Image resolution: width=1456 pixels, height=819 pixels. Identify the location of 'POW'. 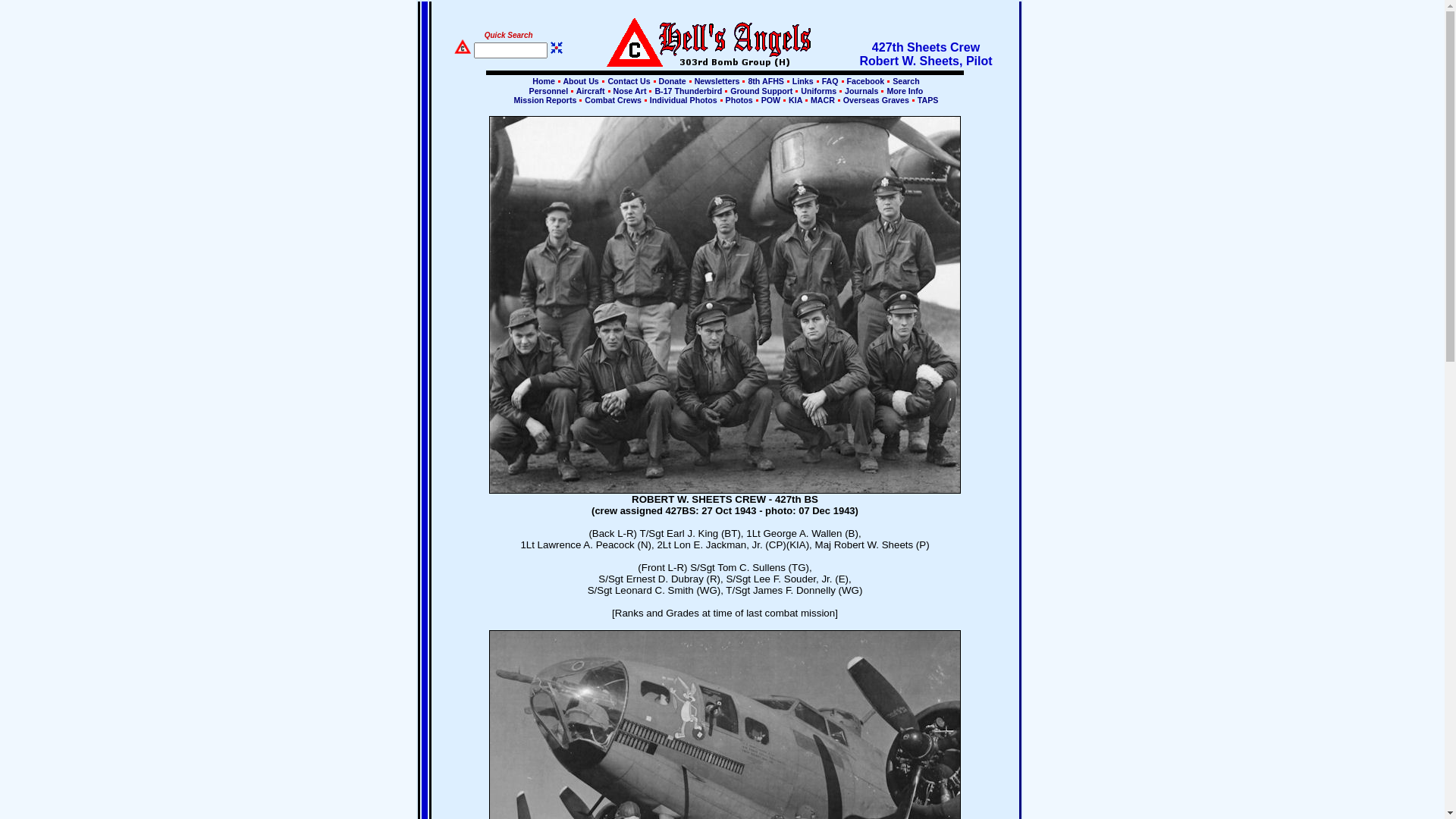
(770, 99).